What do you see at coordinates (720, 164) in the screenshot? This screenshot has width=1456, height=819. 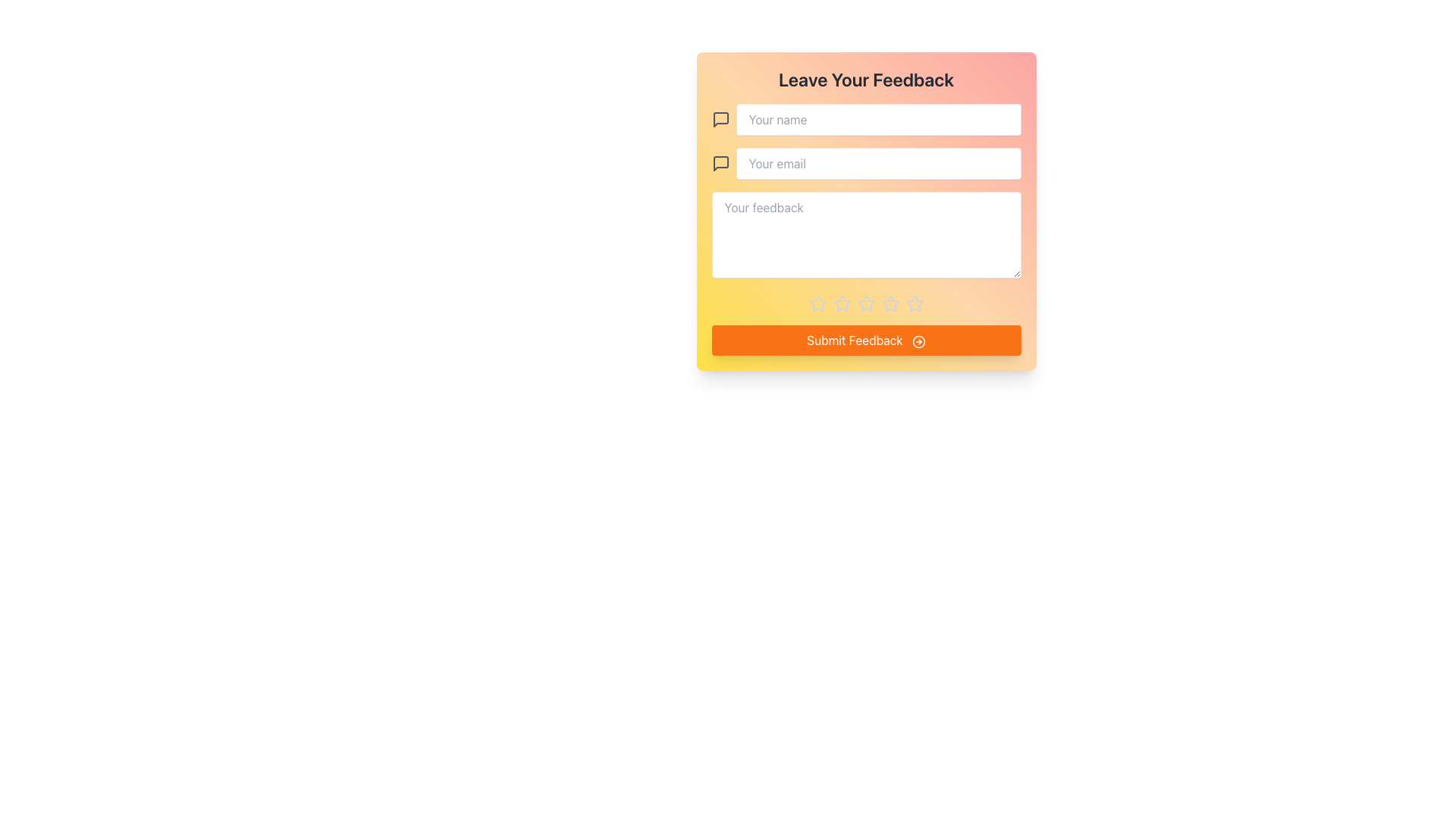 I see `the small square chat bubble icon outlined in a darker color and filled with a grayish hue, located near the top-left of the feedback form` at bounding box center [720, 164].